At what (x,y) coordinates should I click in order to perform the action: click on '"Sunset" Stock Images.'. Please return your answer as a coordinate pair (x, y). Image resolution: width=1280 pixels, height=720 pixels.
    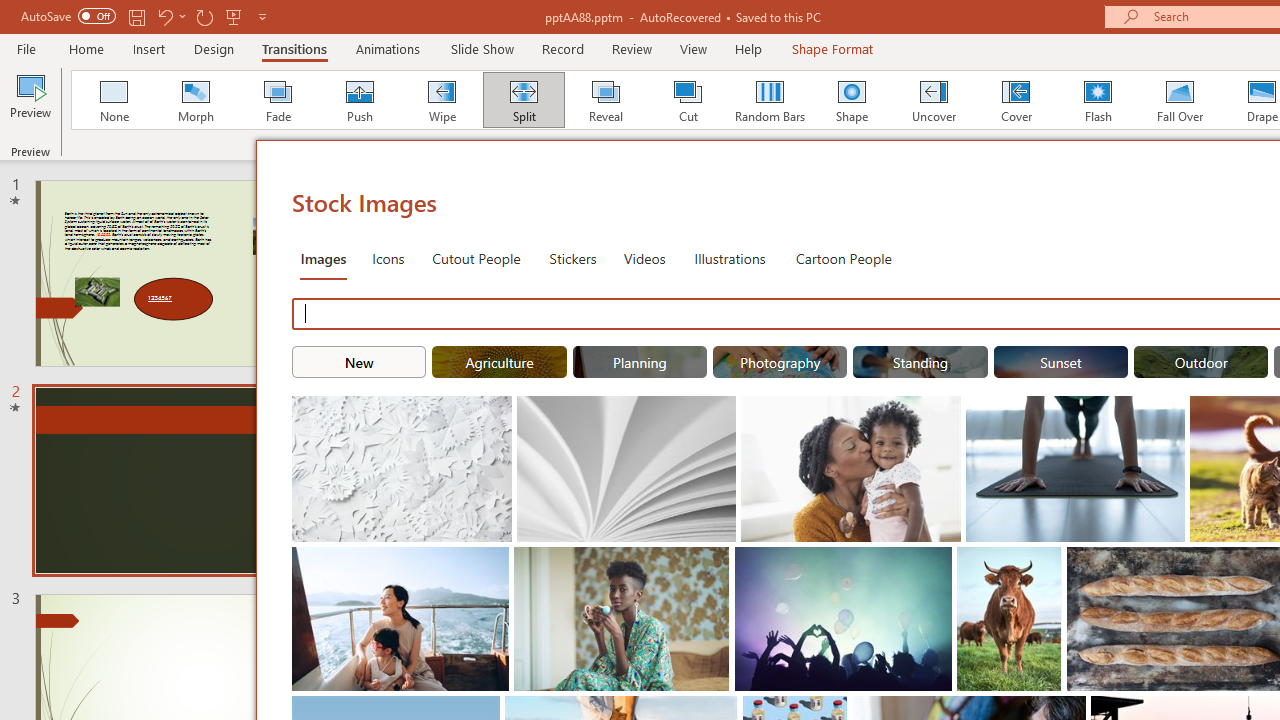
    Looking at the image, I should click on (1060, 362).